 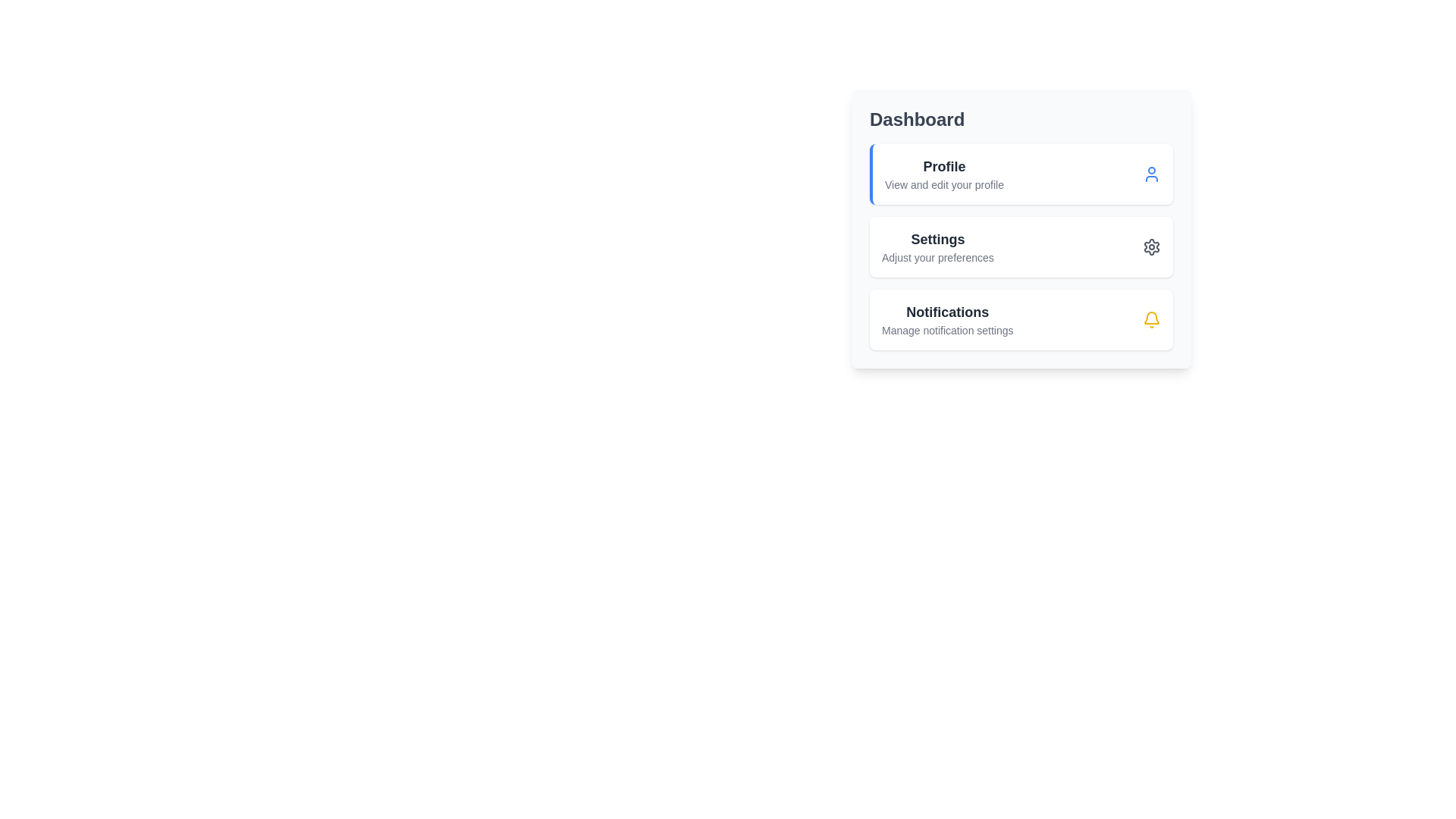 I want to click on the 'Profile' text element, which is bold, slightly larger, and dark gray, located in the 'Dashboard' section under a description line, aligned to the left, so click(x=943, y=166).